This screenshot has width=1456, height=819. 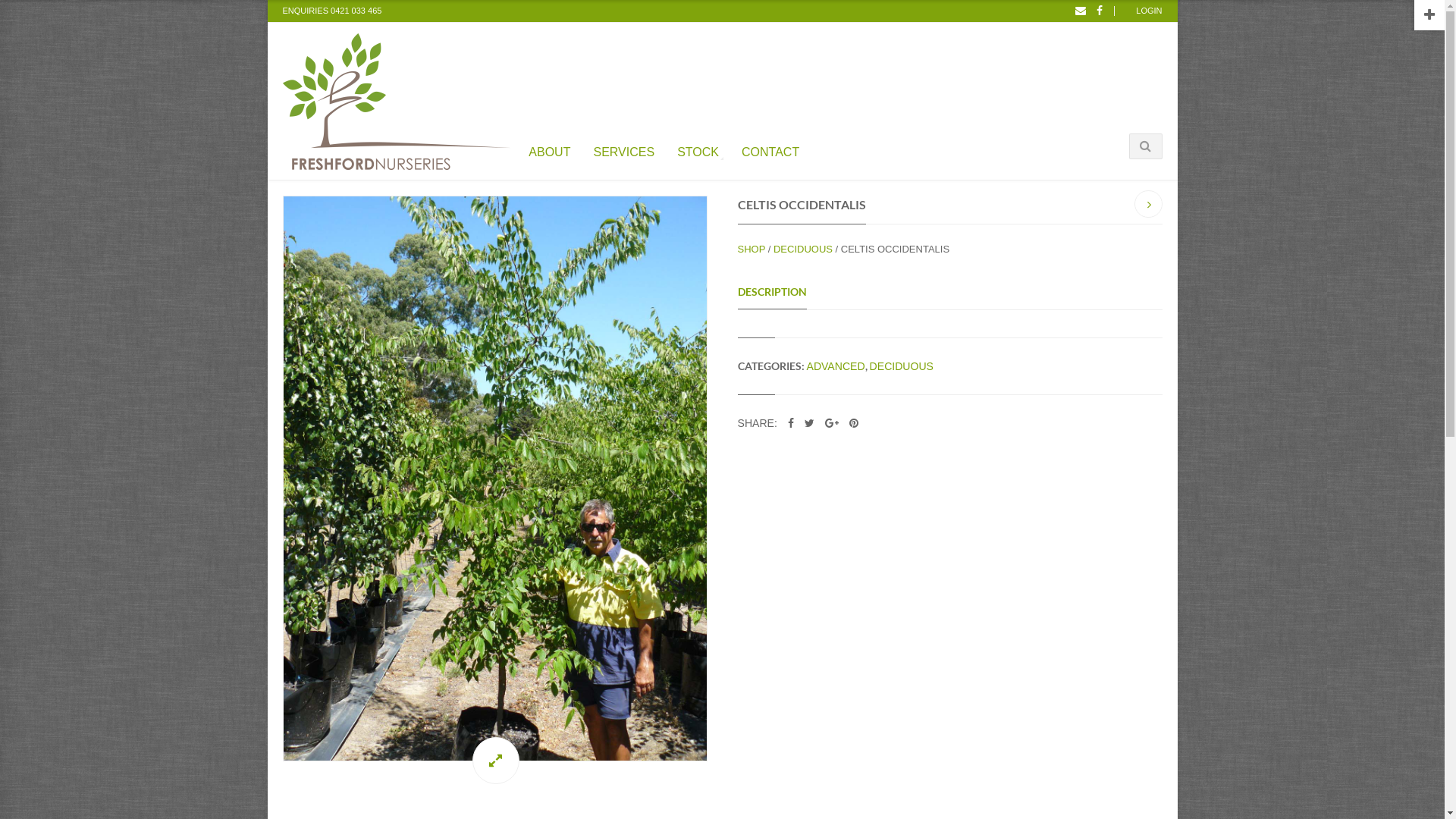 I want to click on 'CONTACT', so click(x=770, y=149).